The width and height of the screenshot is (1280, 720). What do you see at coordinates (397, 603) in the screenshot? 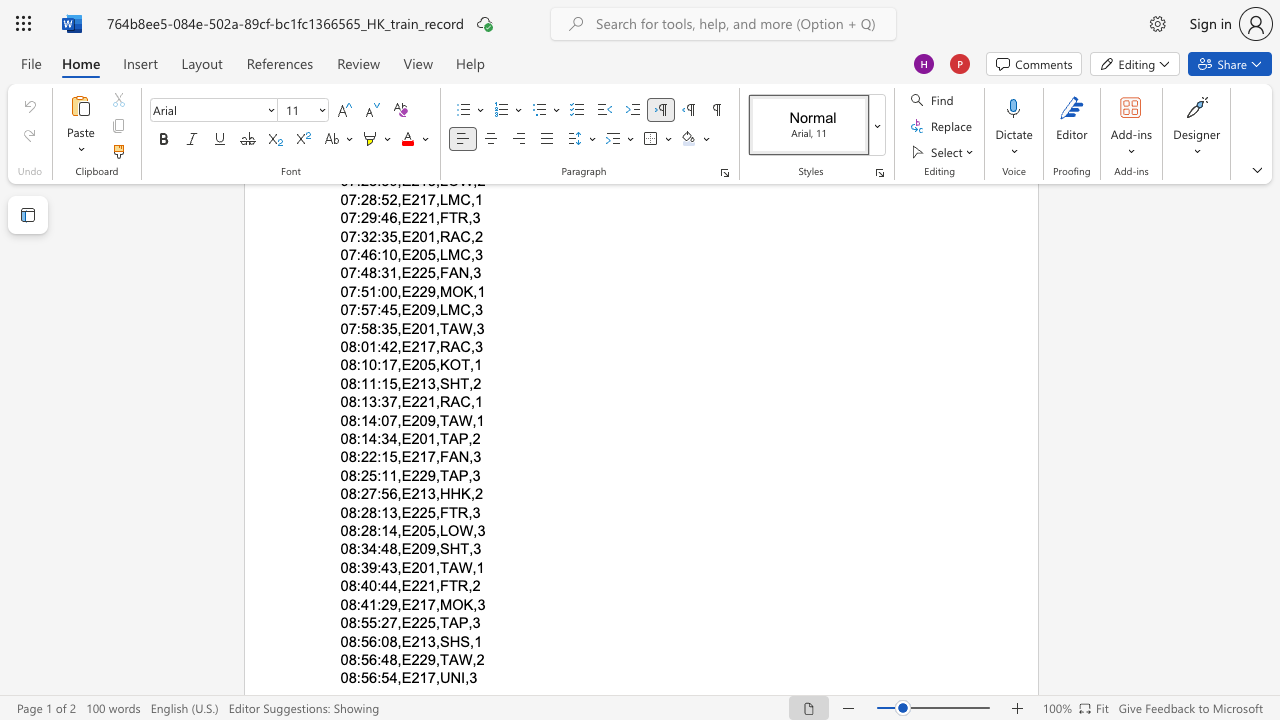
I see `the subset text ",E2" within the text "08:41:29,E217,MOK,3"` at bounding box center [397, 603].